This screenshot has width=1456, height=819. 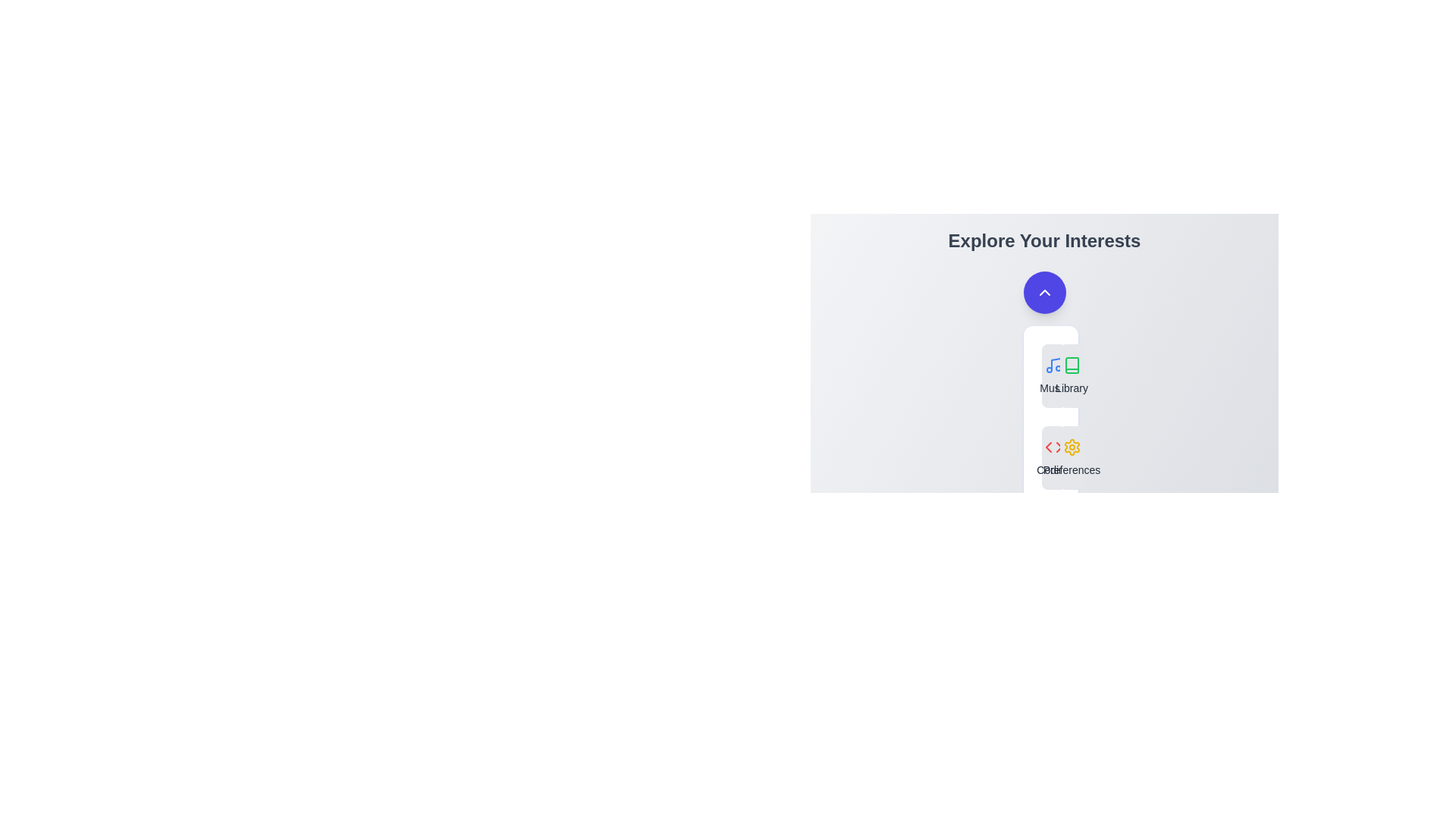 What do you see at coordinates (1071, 375) in the screenshot?
I see `the feature Library from the menu` at bounding box center [1071, 375].